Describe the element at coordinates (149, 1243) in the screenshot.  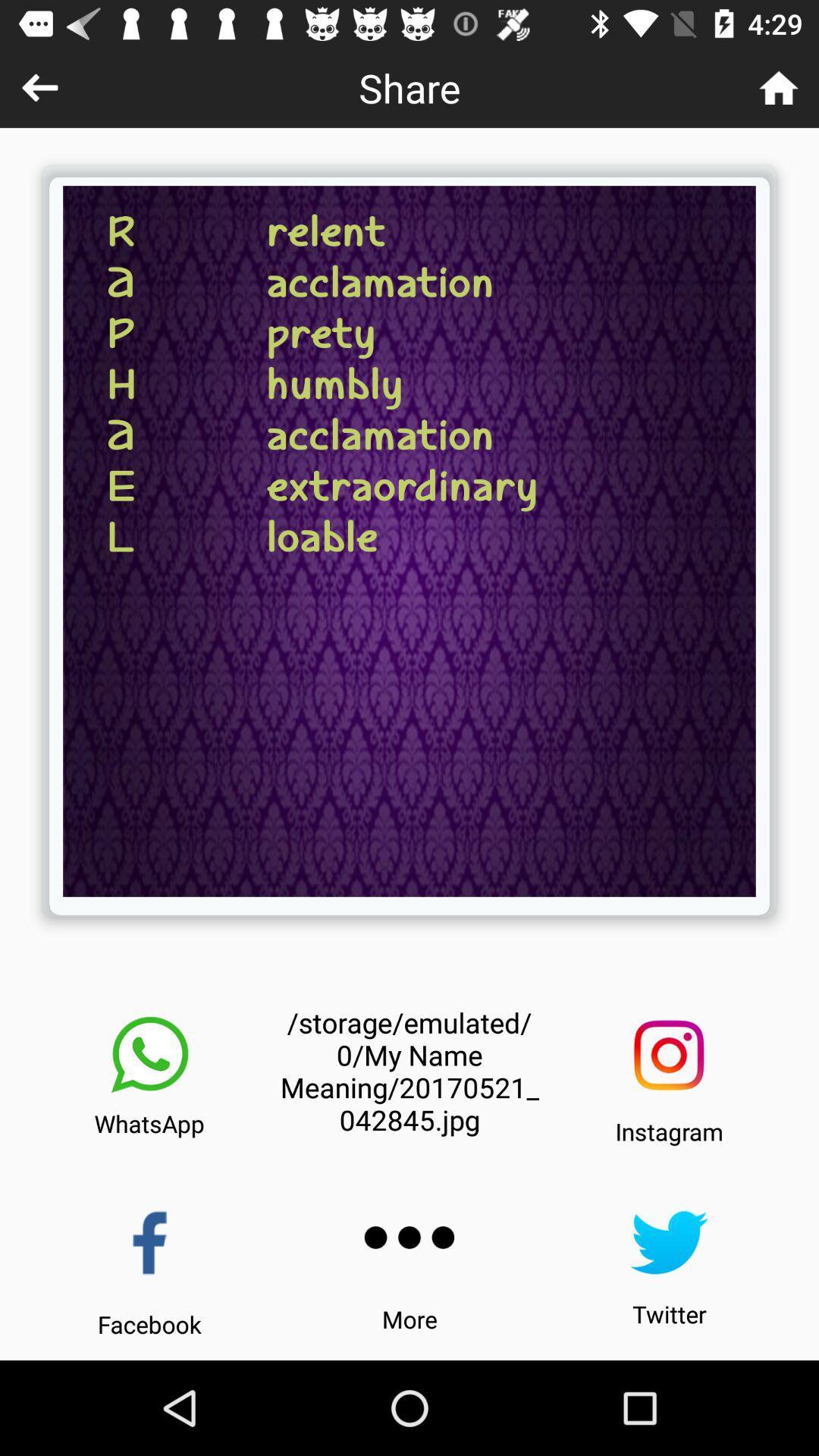
I see `share picture on facebook` at that location.